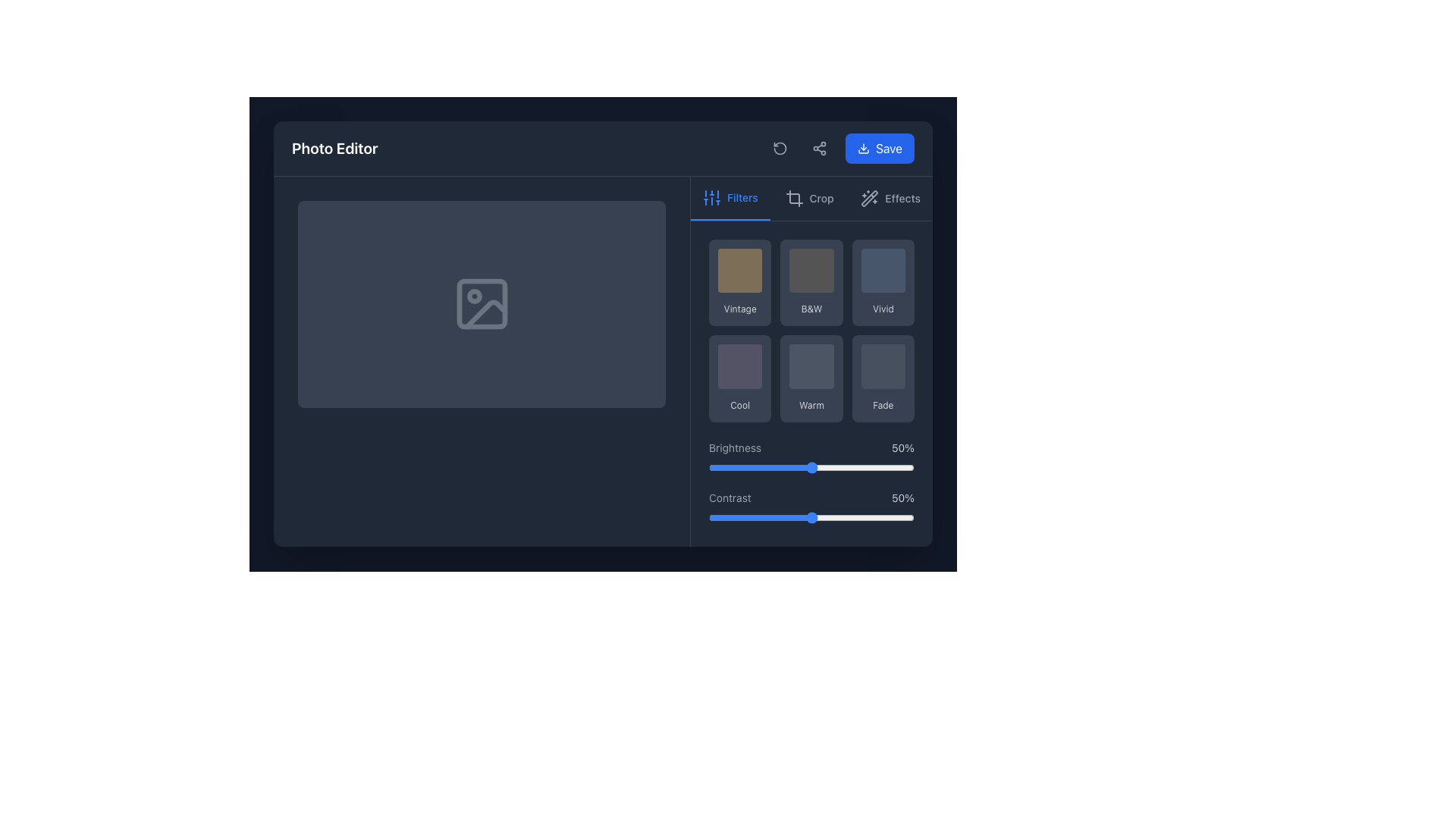 This screenshot has width=1456, height=819. What do you see at coordinates (473, 297) in the screenshot?
I see `the circular graphical marker within the SVG image that indicates a feature, located at the specified coordinates` at bounding box center [473, 297].